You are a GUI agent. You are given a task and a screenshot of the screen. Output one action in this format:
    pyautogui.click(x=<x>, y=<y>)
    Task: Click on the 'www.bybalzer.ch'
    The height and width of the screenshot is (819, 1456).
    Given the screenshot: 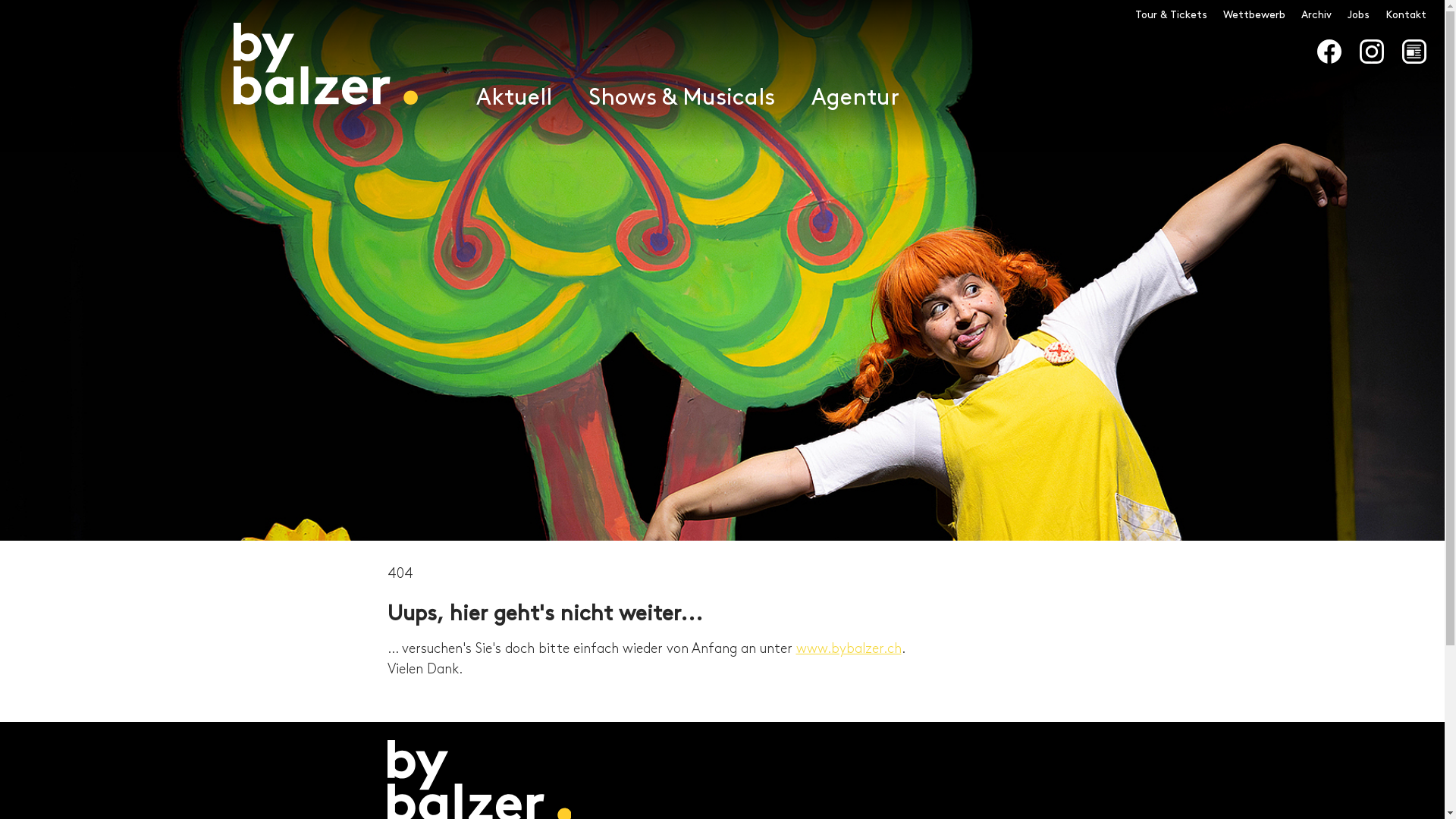 What is the action you would take?
    pyautogui.click(x=795, y=648)
    